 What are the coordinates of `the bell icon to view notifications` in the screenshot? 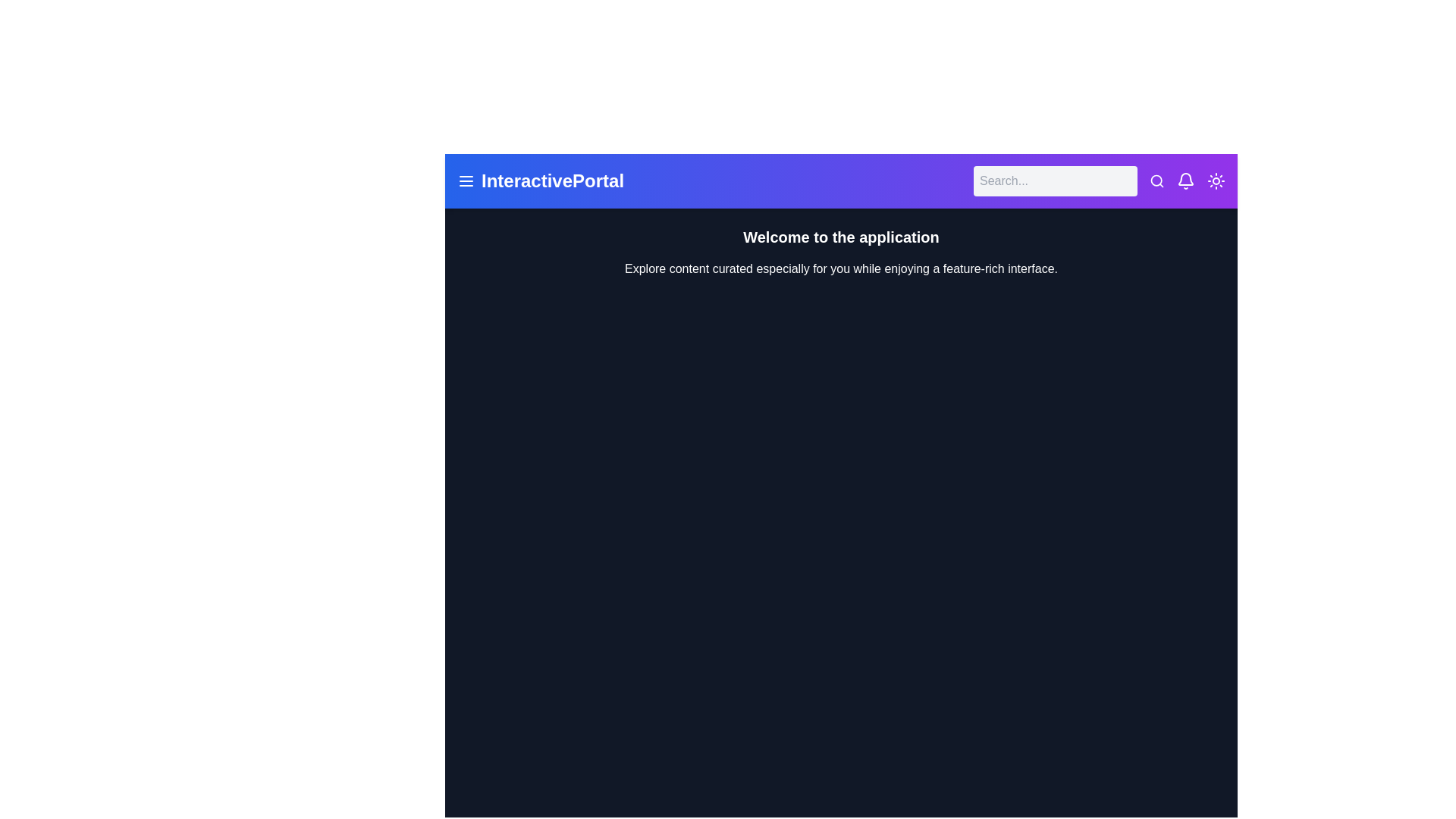 It's located at (1185, 180).